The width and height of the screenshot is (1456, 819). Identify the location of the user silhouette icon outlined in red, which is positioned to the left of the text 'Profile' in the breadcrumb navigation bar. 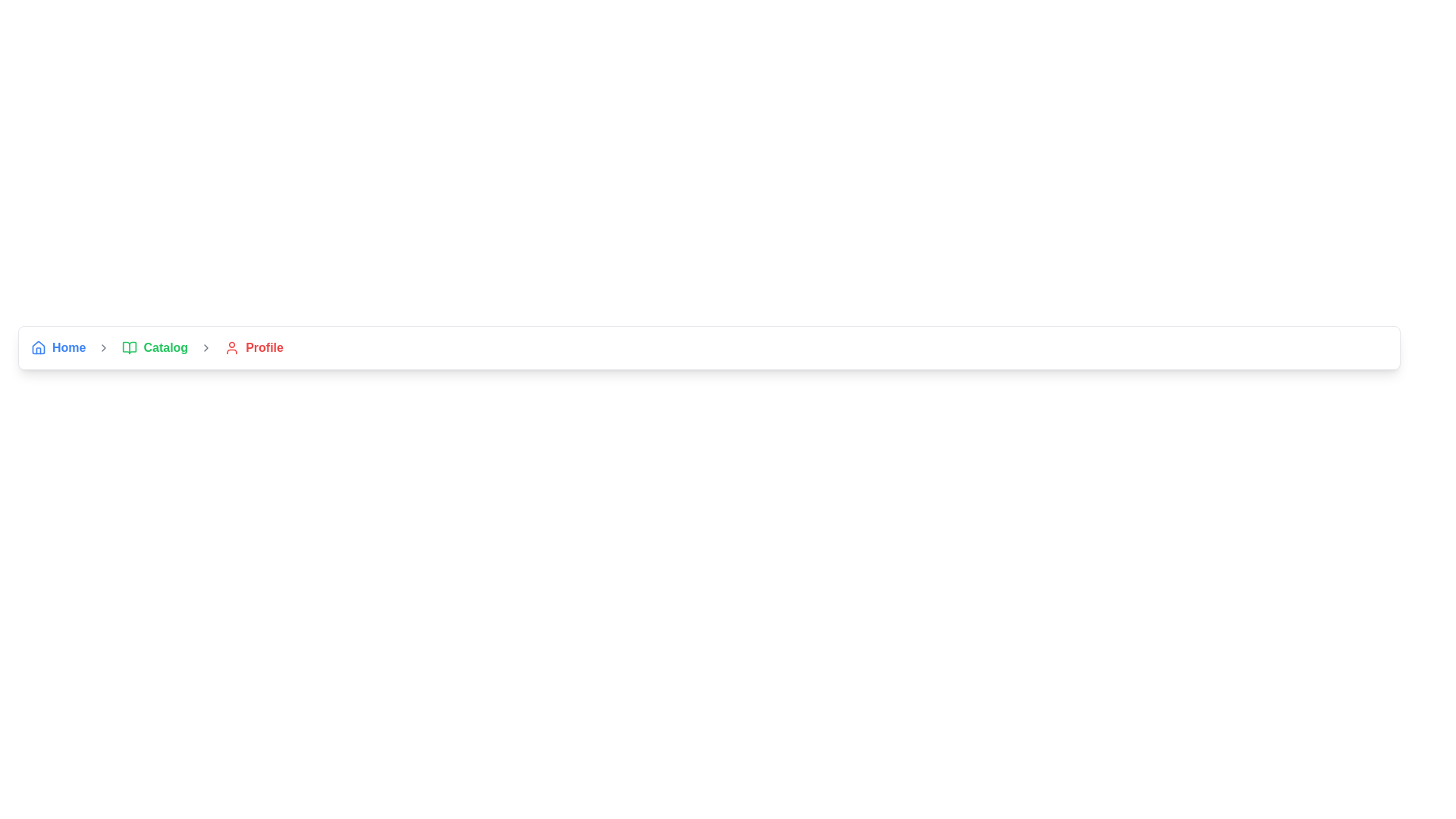
(231, 348).